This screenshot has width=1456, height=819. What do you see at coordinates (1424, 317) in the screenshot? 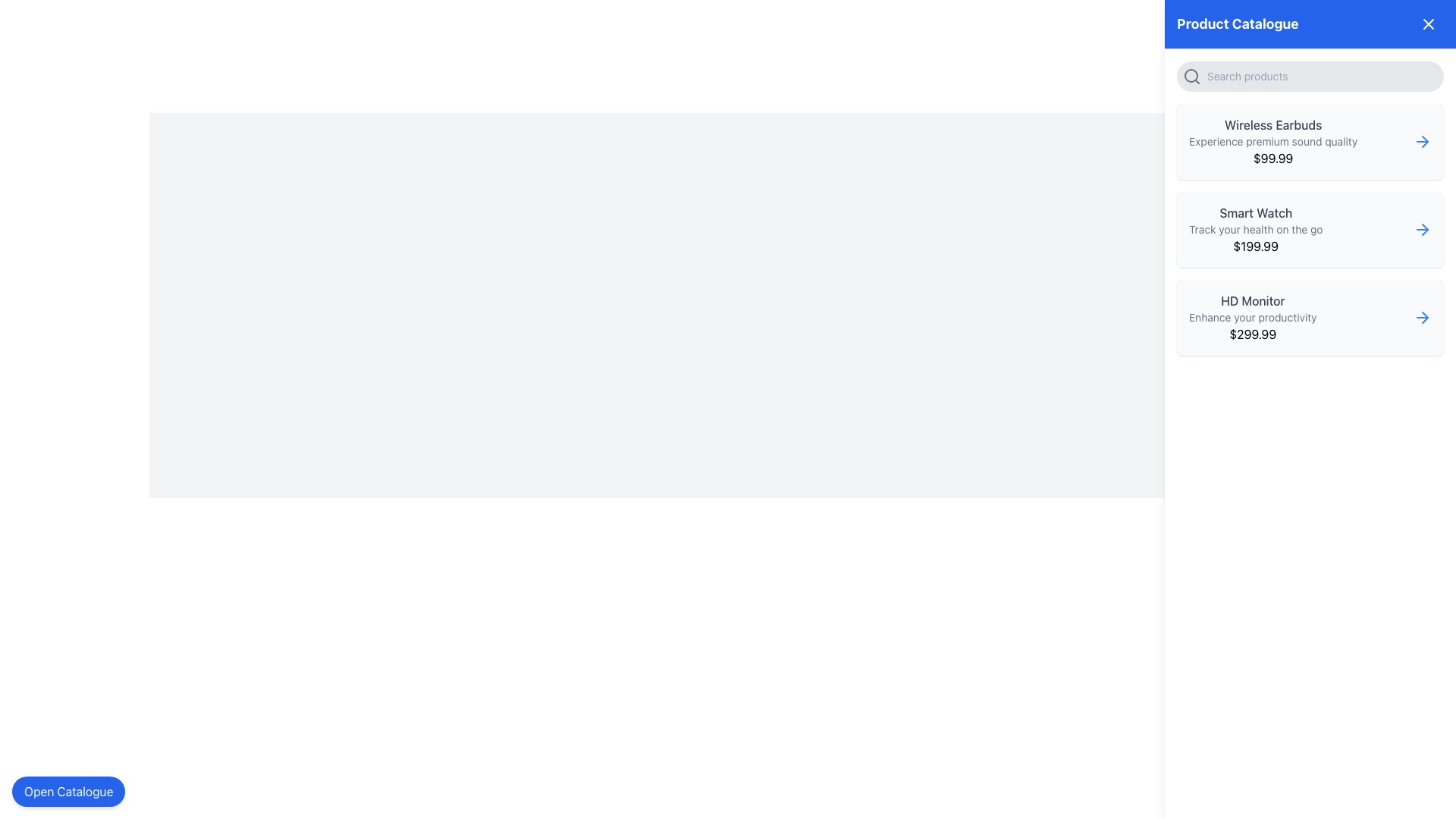
I see `the right-facing arrow icon located in the lower section of the product list for the 'HD Monitor'` at bounding box center [1424, 317].